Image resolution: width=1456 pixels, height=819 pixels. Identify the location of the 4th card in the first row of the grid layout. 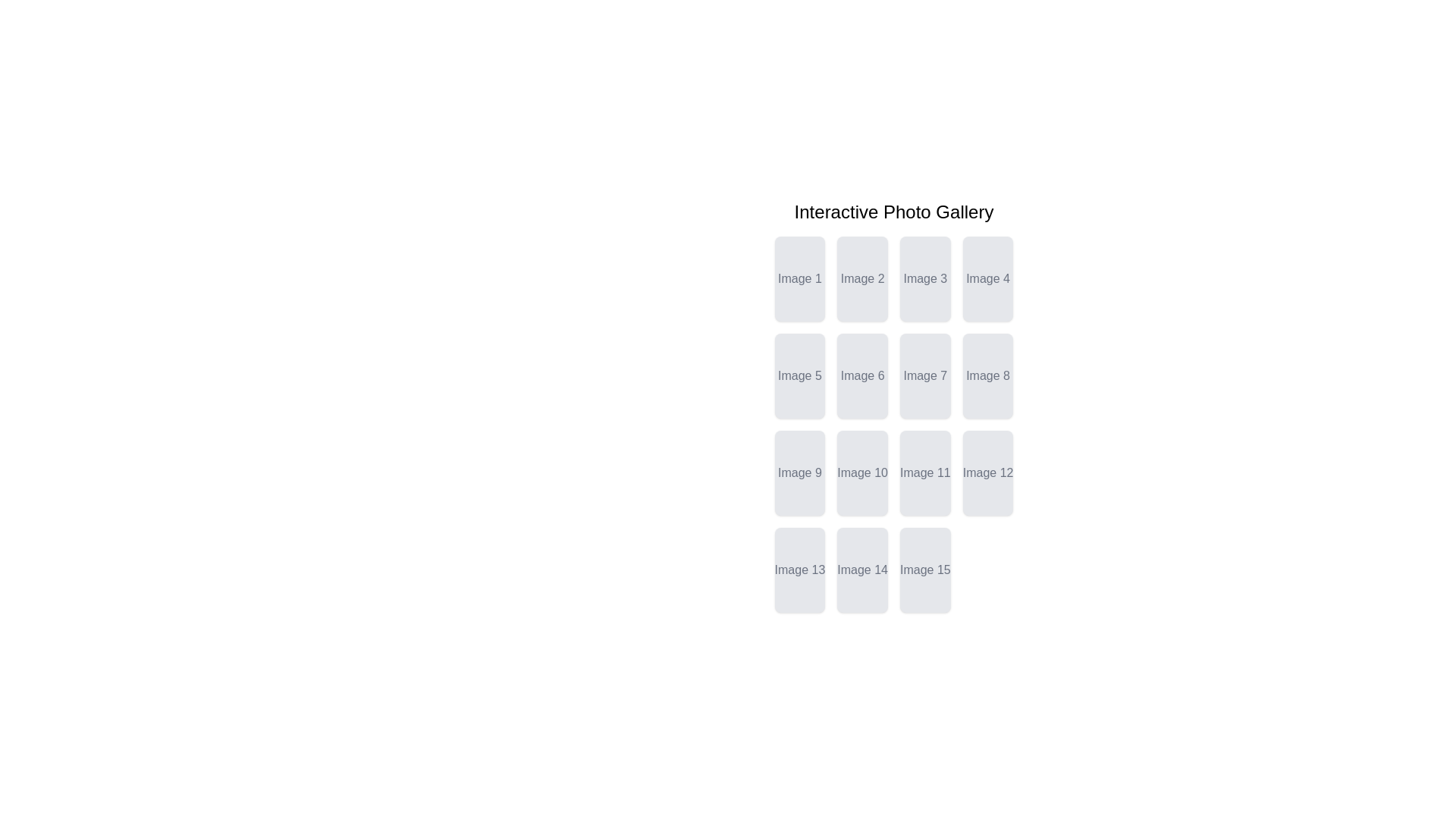
(988, 278).